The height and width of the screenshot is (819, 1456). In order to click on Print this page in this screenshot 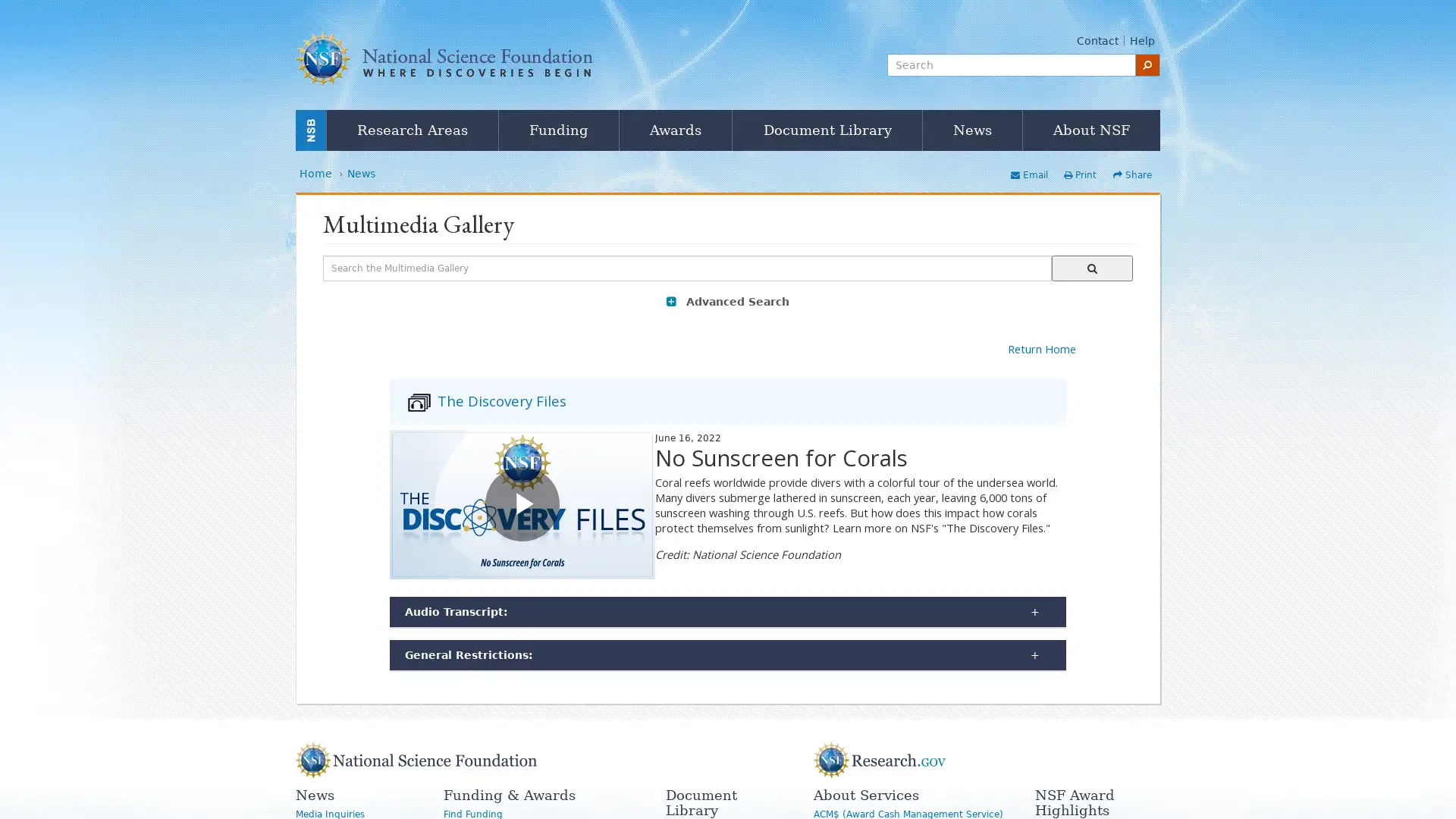, I will do `click(1079, 174)`.